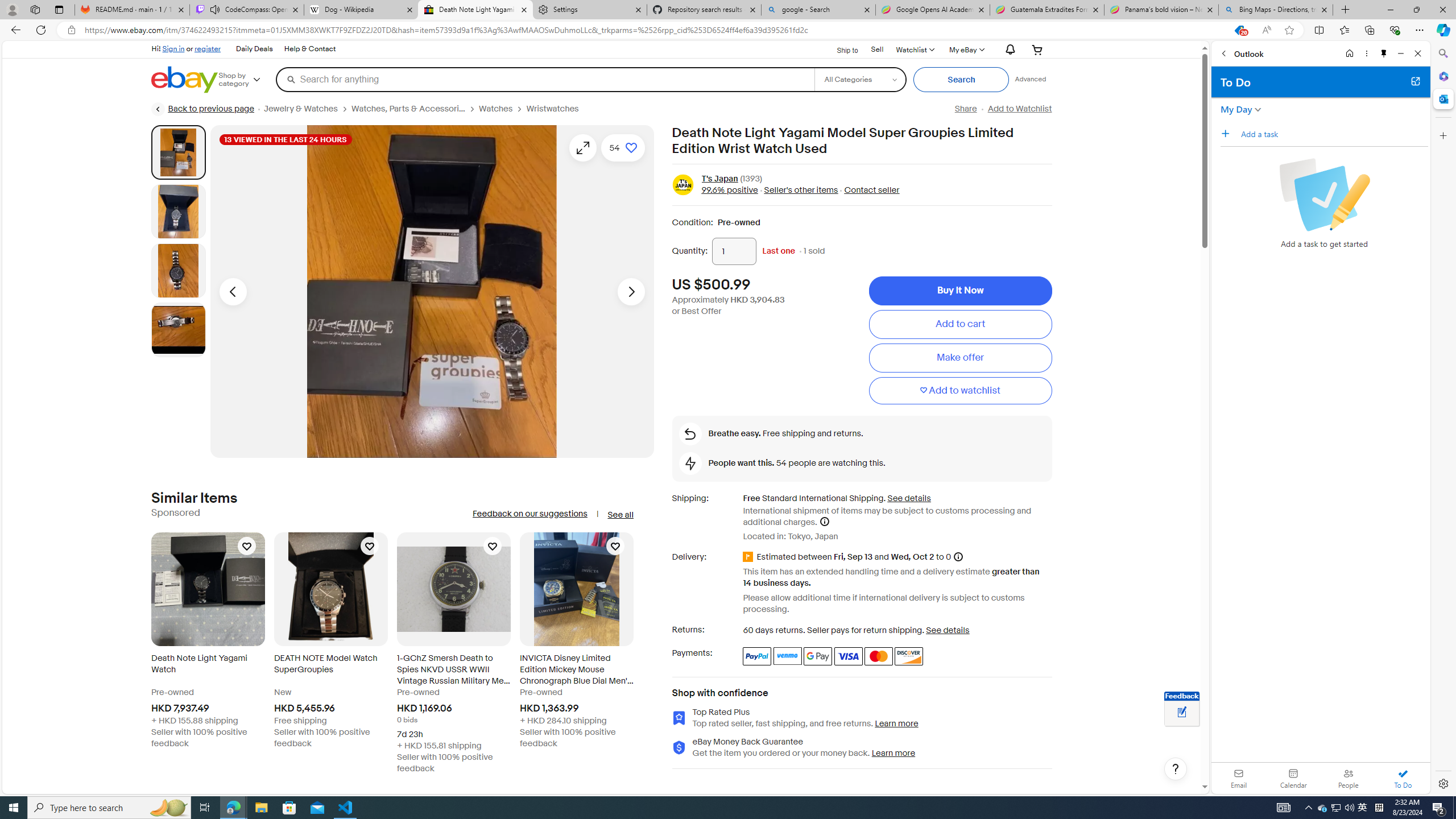 The width and height of the screenshot is (1456, 819). What do you see at coordinates (1175, 768) in the screenshot?
I see `'Help, opens dialogs'` at bounding box center [1175, 768].